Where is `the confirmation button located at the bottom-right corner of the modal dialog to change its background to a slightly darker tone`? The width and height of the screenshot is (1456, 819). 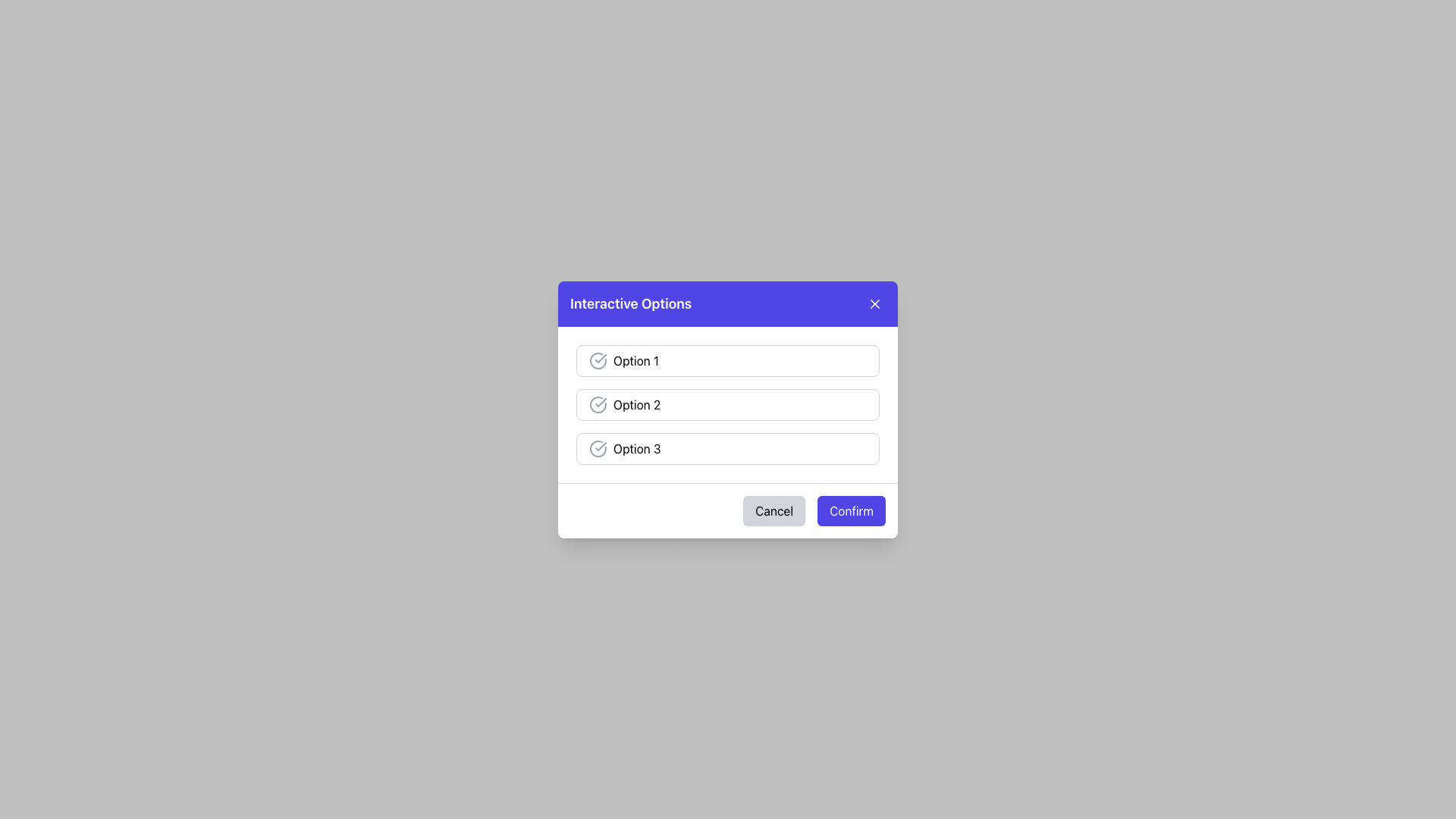
the confirmation button located at the bottom-right corner of the modal dialog to change its background to a slightly darker tone is located at coordinates (852, 510).